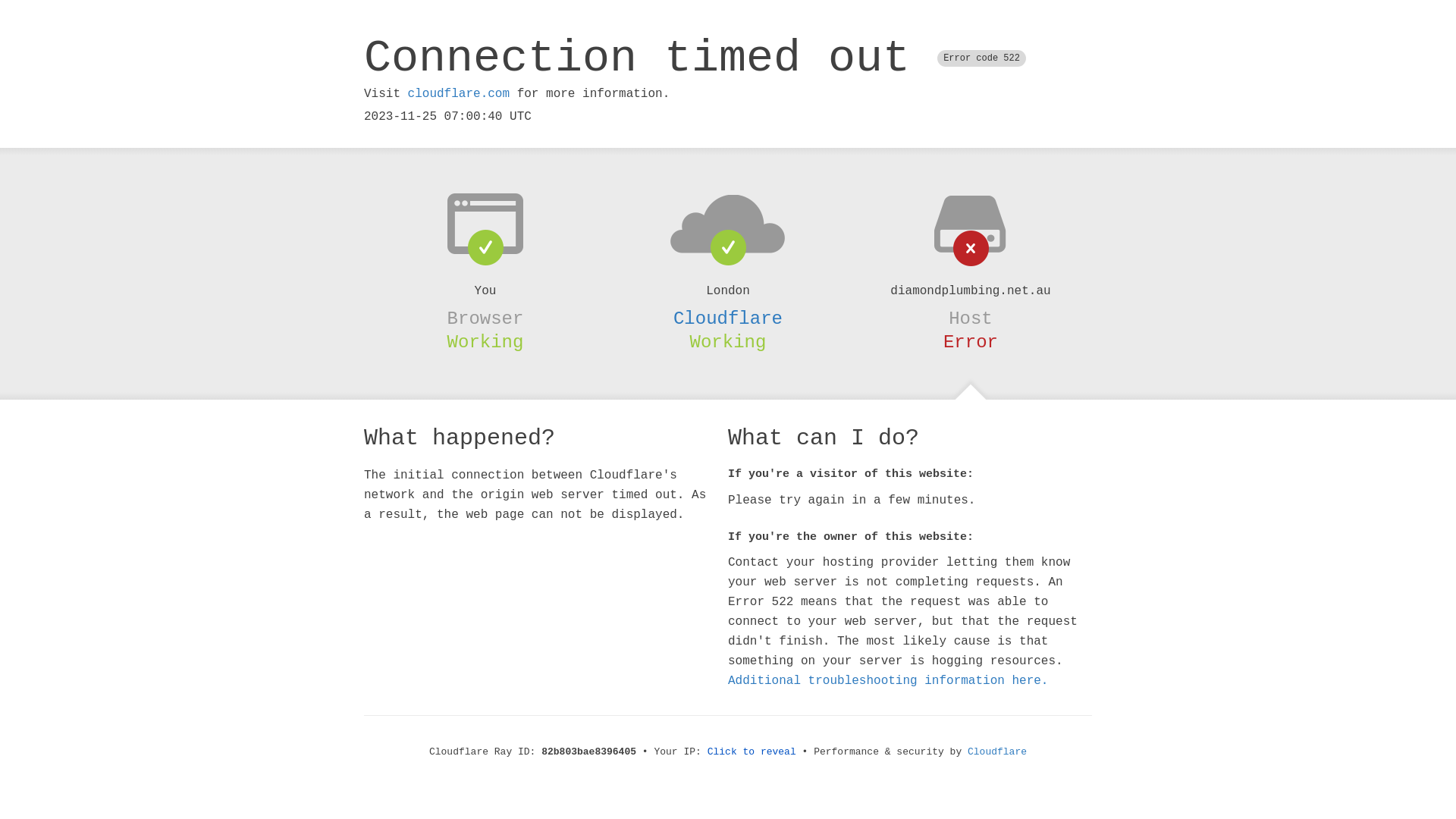 The width and height of the screenshot is (1456, 819). Describe the element at coordinates (888, 680) in the screenshot. I see `'Additional troubleshooting information here.'` at that location.